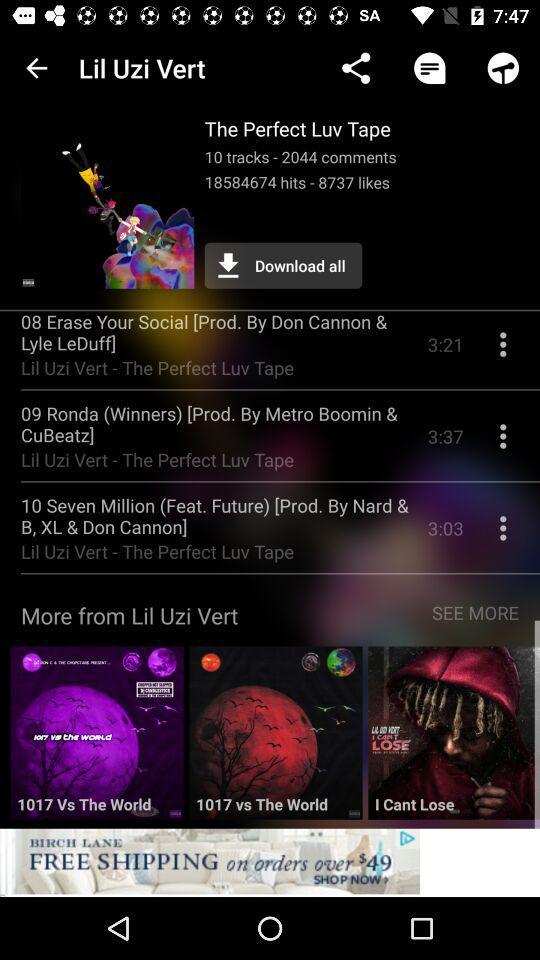  Describe the element at coordinates (502, 444) in the screenshot. I see `menu options` at that location.